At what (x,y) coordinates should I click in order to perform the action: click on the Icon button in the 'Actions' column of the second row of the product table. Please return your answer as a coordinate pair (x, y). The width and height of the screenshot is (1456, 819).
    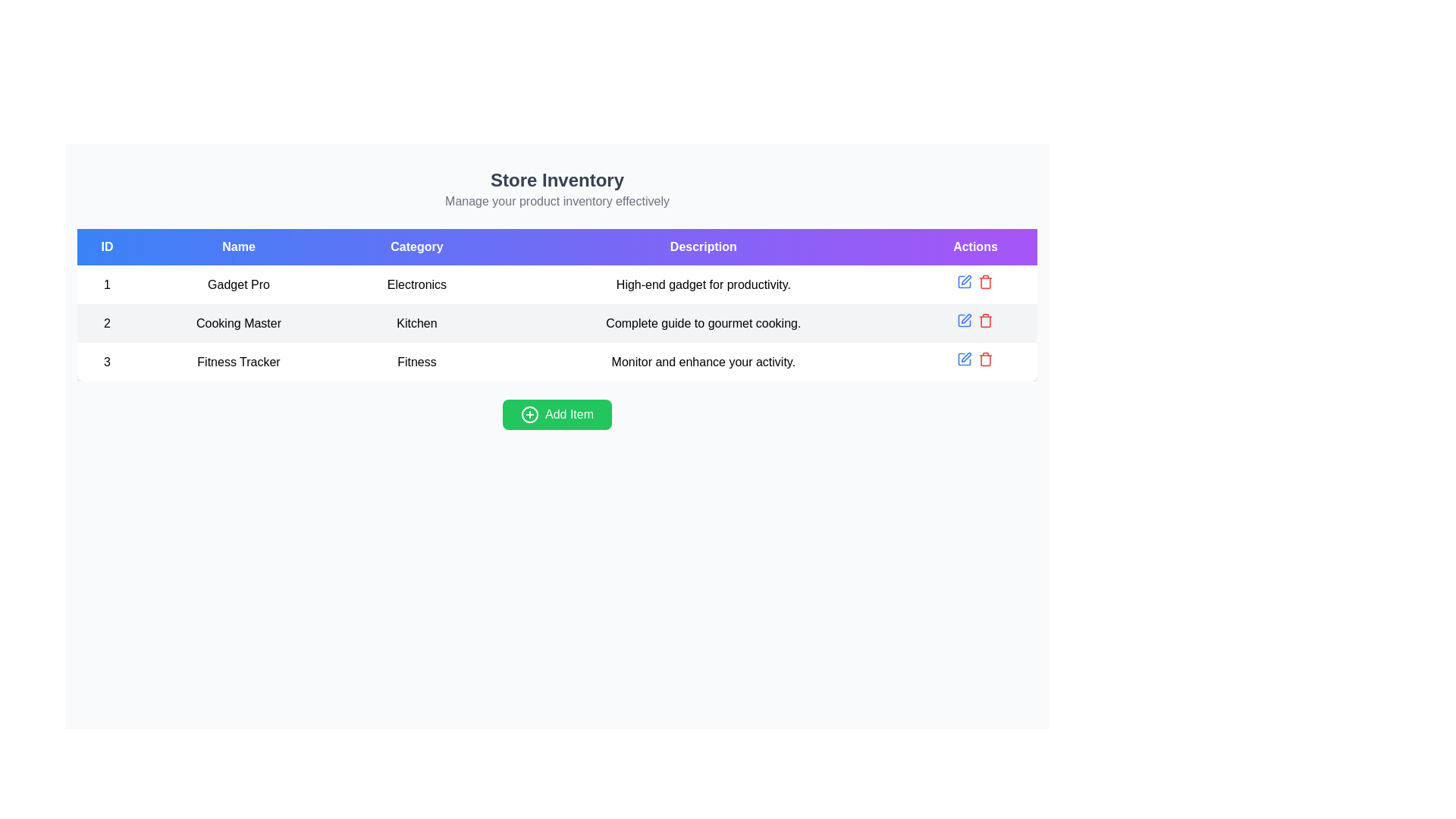
    Looking at the image, I should click on (964, 320).